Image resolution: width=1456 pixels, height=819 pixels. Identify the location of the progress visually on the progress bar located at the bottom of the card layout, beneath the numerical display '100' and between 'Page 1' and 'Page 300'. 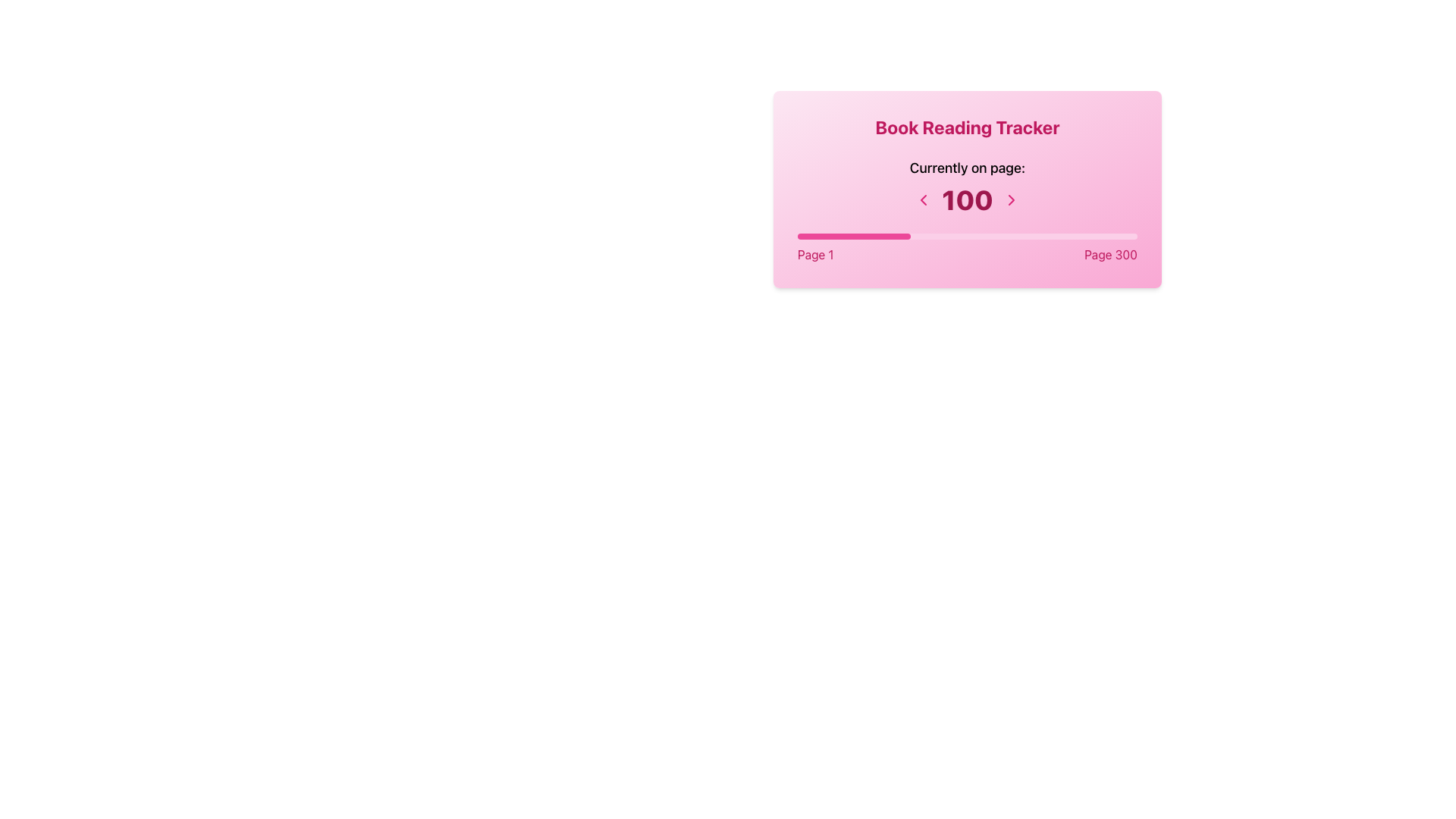
(854, 237).